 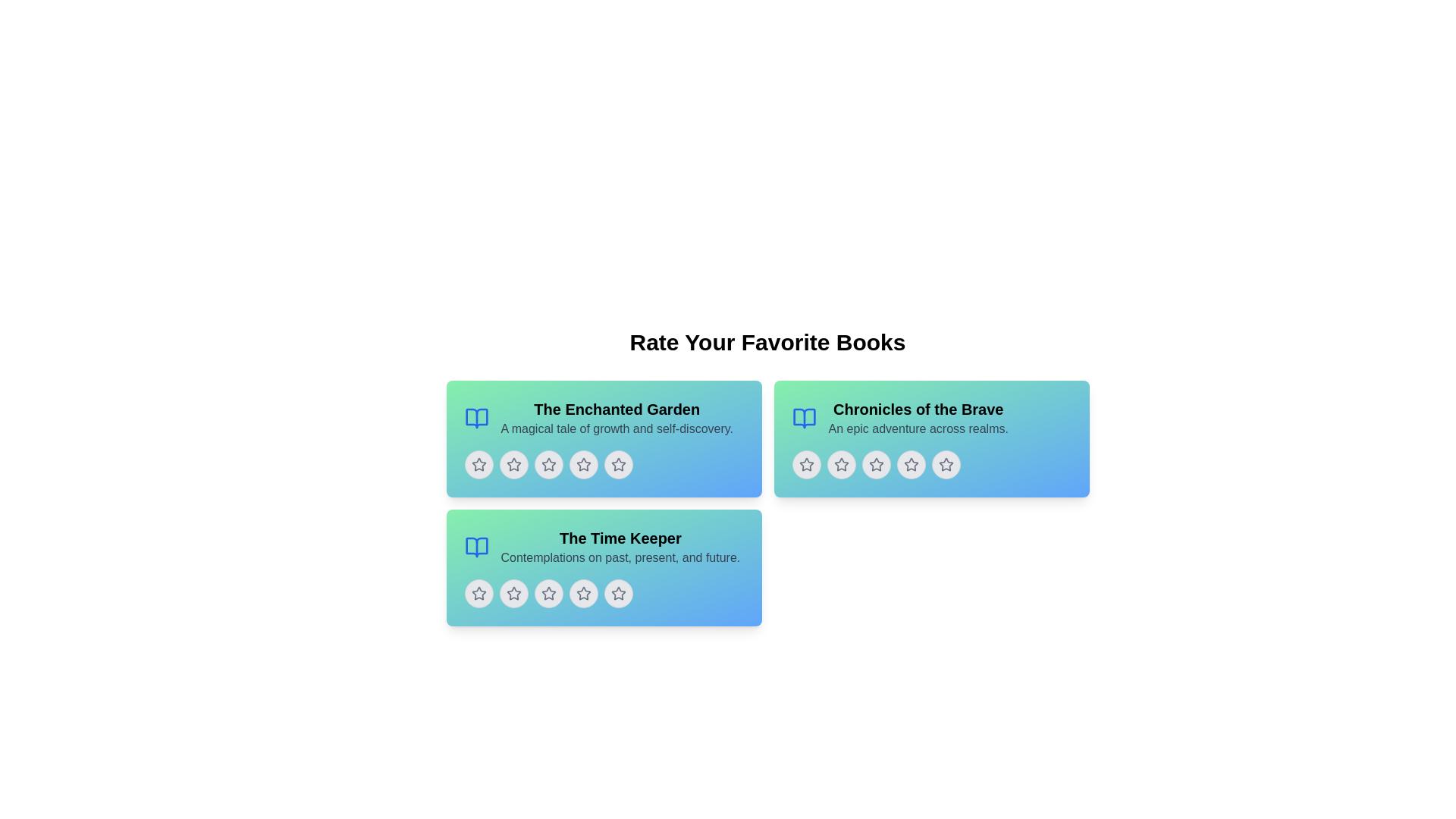 I want to click on the second star icon used to rate 'The Enchanted Garden', so click(x=548, y=463).